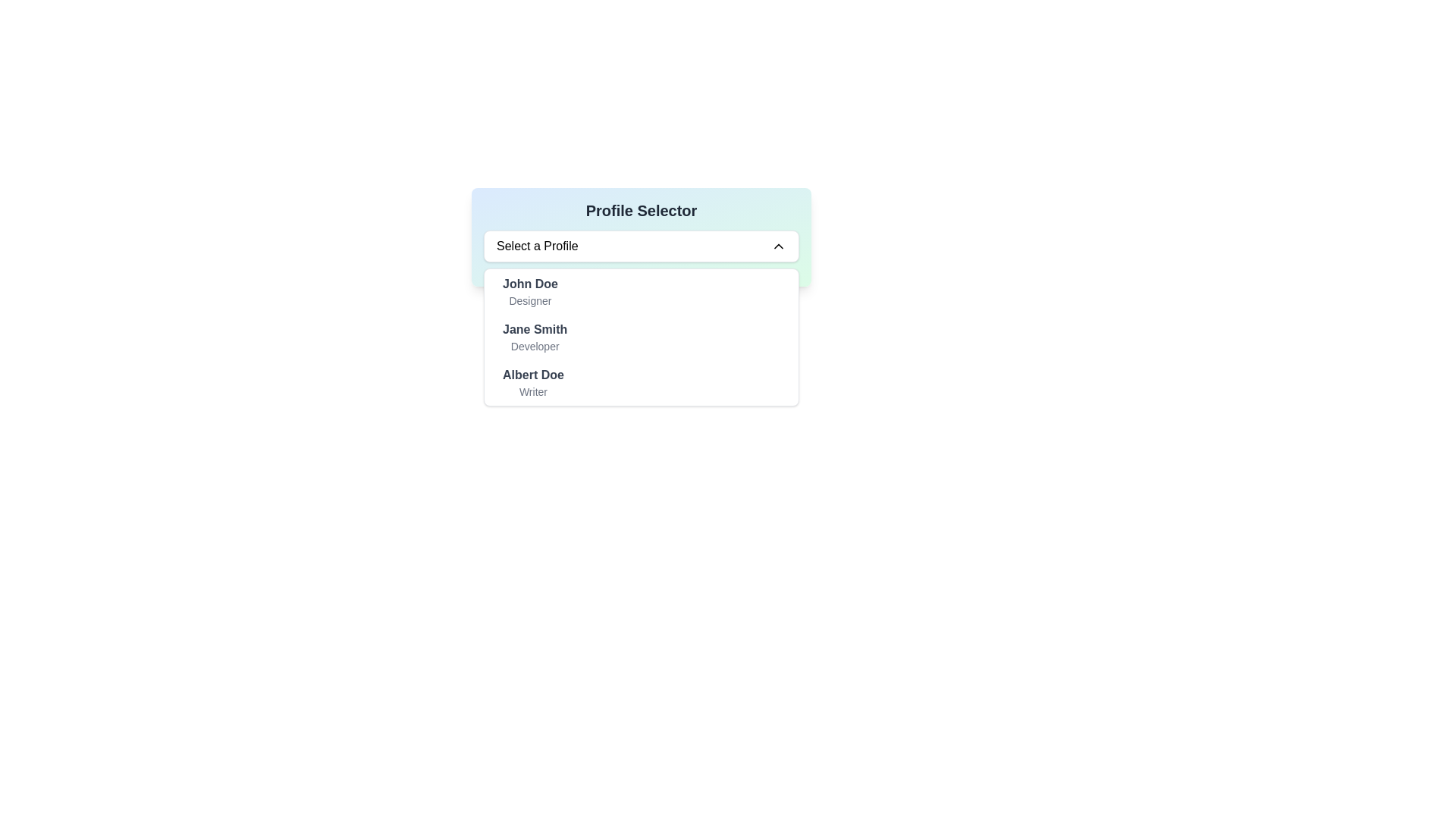 The width and height of the screenshot is (1456, 819). I want to click on the 'Select a Profile' text label, which is prominently displayed in a dropdown-like UI component, positioned in the upper-middle section of the interface, so click(537, 245).